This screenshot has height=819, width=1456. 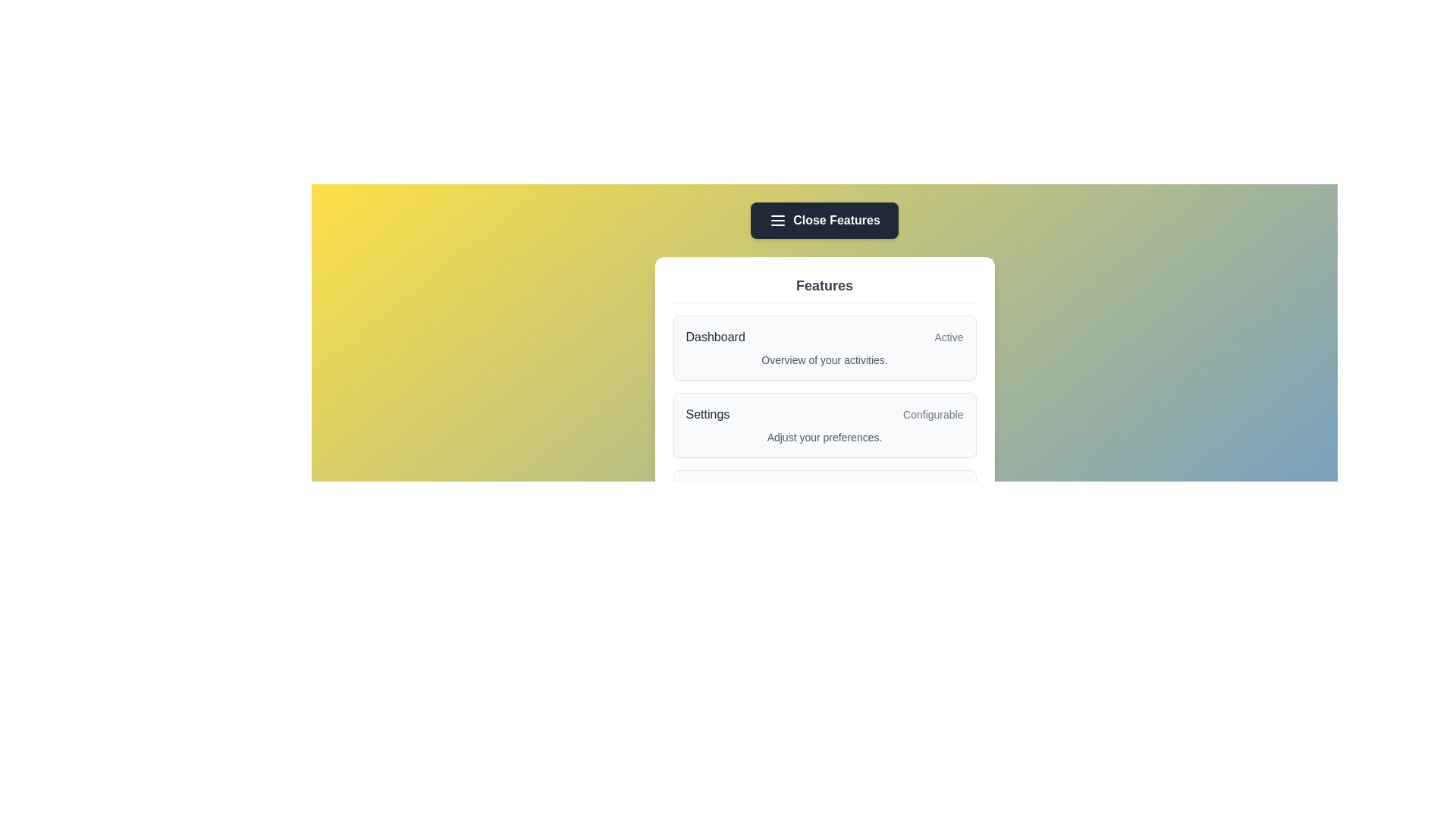 I want to click on the content of the 'Settings' label indicating it is 'Configurable', located in the secondary section of the interface under 'Features', so click(x=824, y=415).